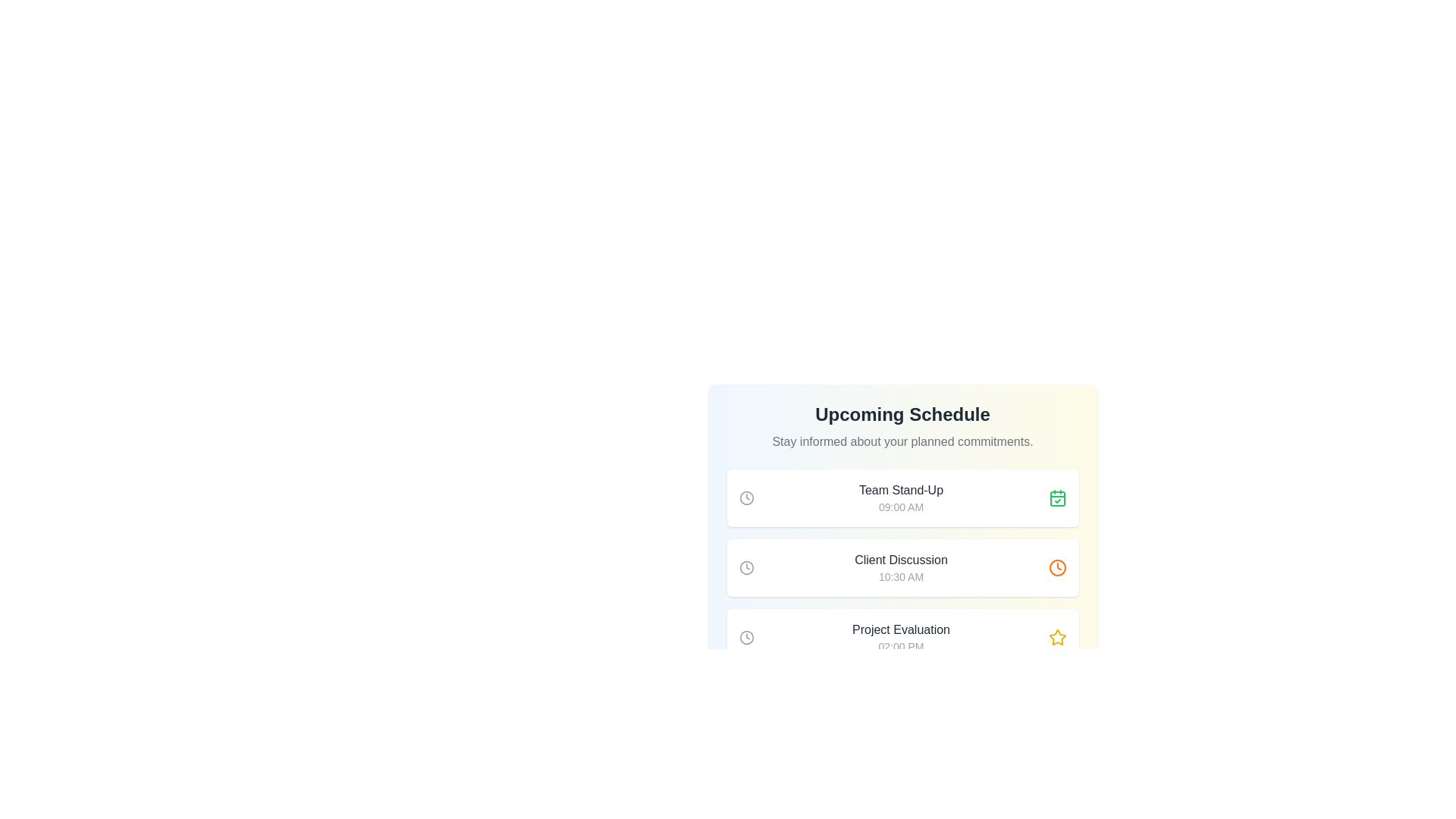 The height and width of the screenshot is (819, 1456). What do you see at coordinates (1056, 497) in the screenshot?
I see `the confirmation icon located at the rightmost side of the 'Team Stand-Up' meeting card` at bounding box center [1056, 497].